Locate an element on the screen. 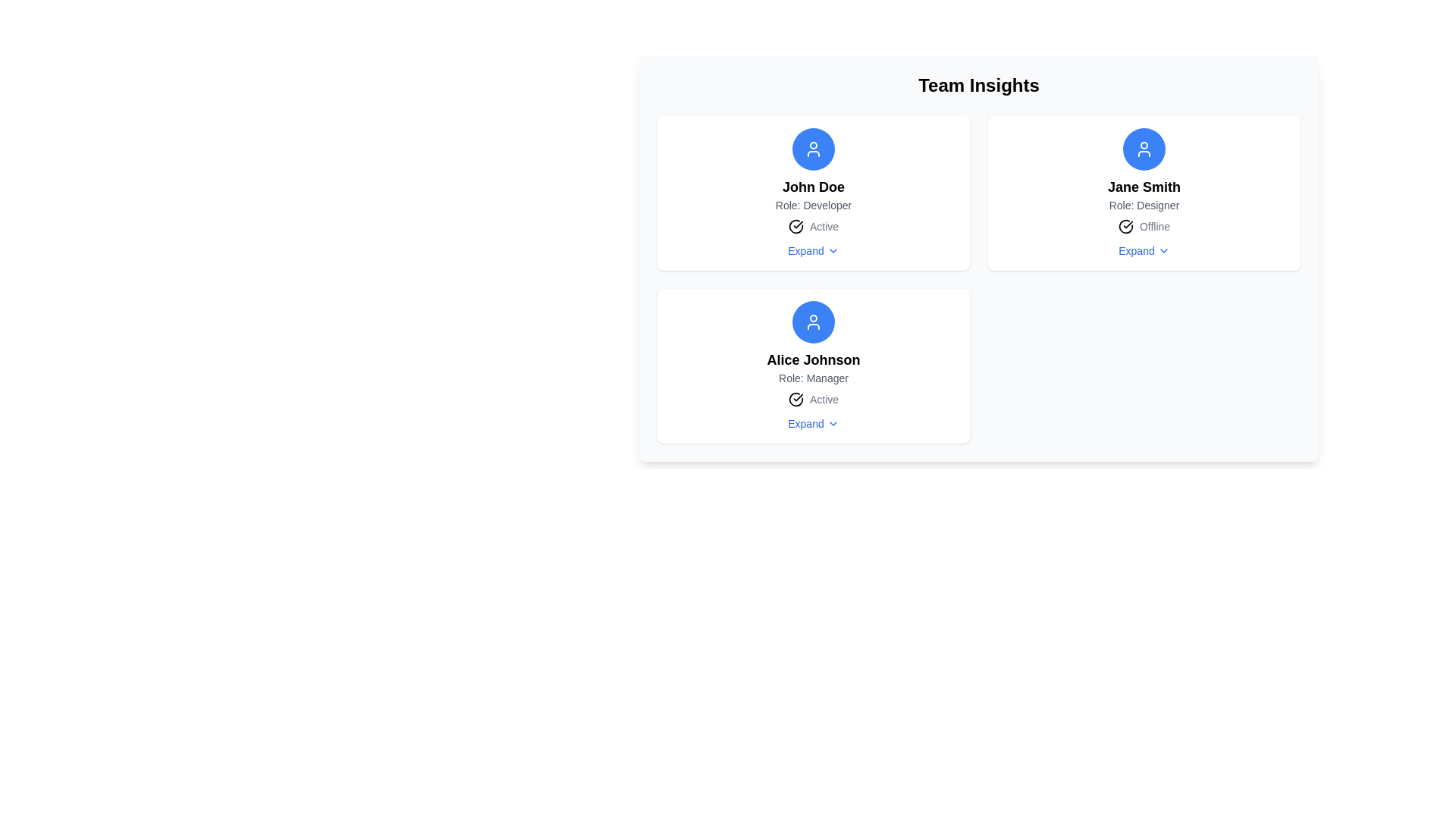 The height and width of the screenshot is (819, 1456). the circular blue icon with a white outline of a person, located above 'Jane Smith's' card in the 'Team Insights' section is located at coordinates (1144, 149).